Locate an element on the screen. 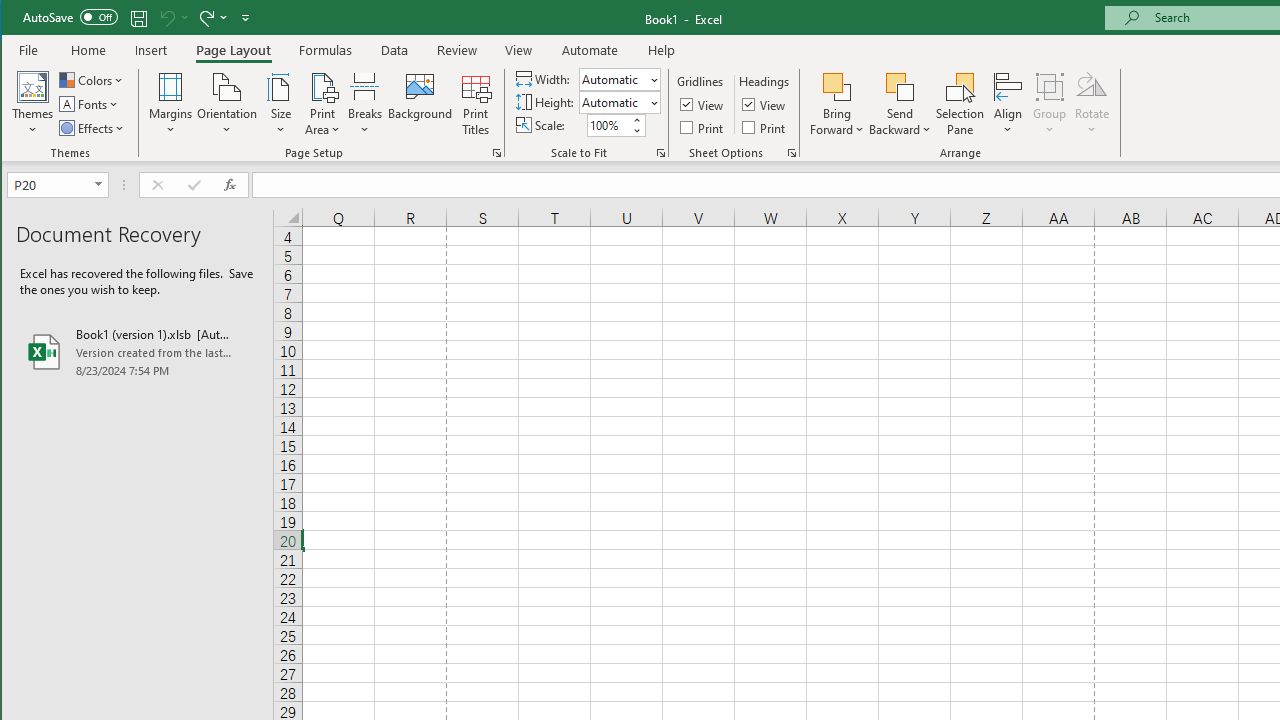 The width and height of the screenshot is (1280, 720). 'Quick Access Toolbar' is located at coordinates (137, 18).